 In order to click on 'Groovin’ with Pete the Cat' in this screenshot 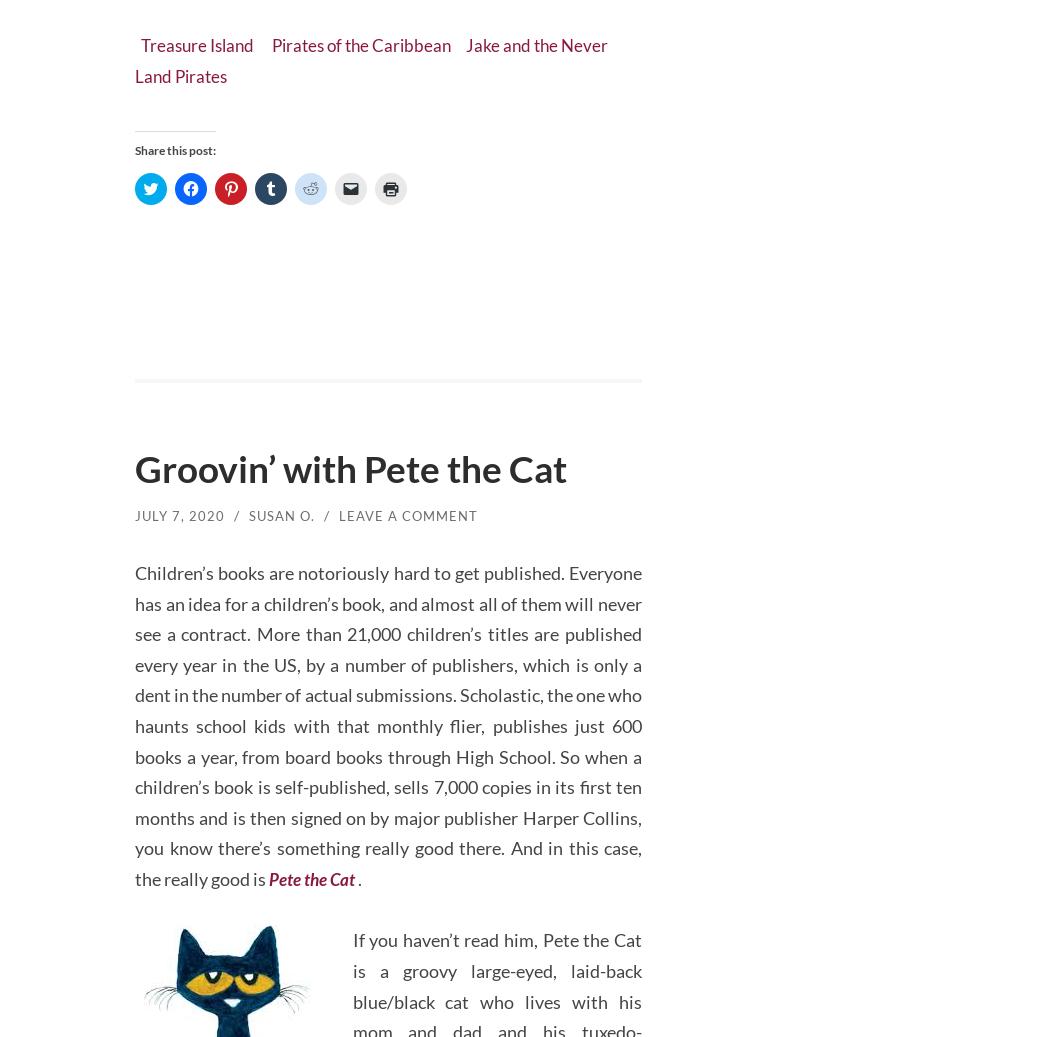, I will do `click(367, 456)`.